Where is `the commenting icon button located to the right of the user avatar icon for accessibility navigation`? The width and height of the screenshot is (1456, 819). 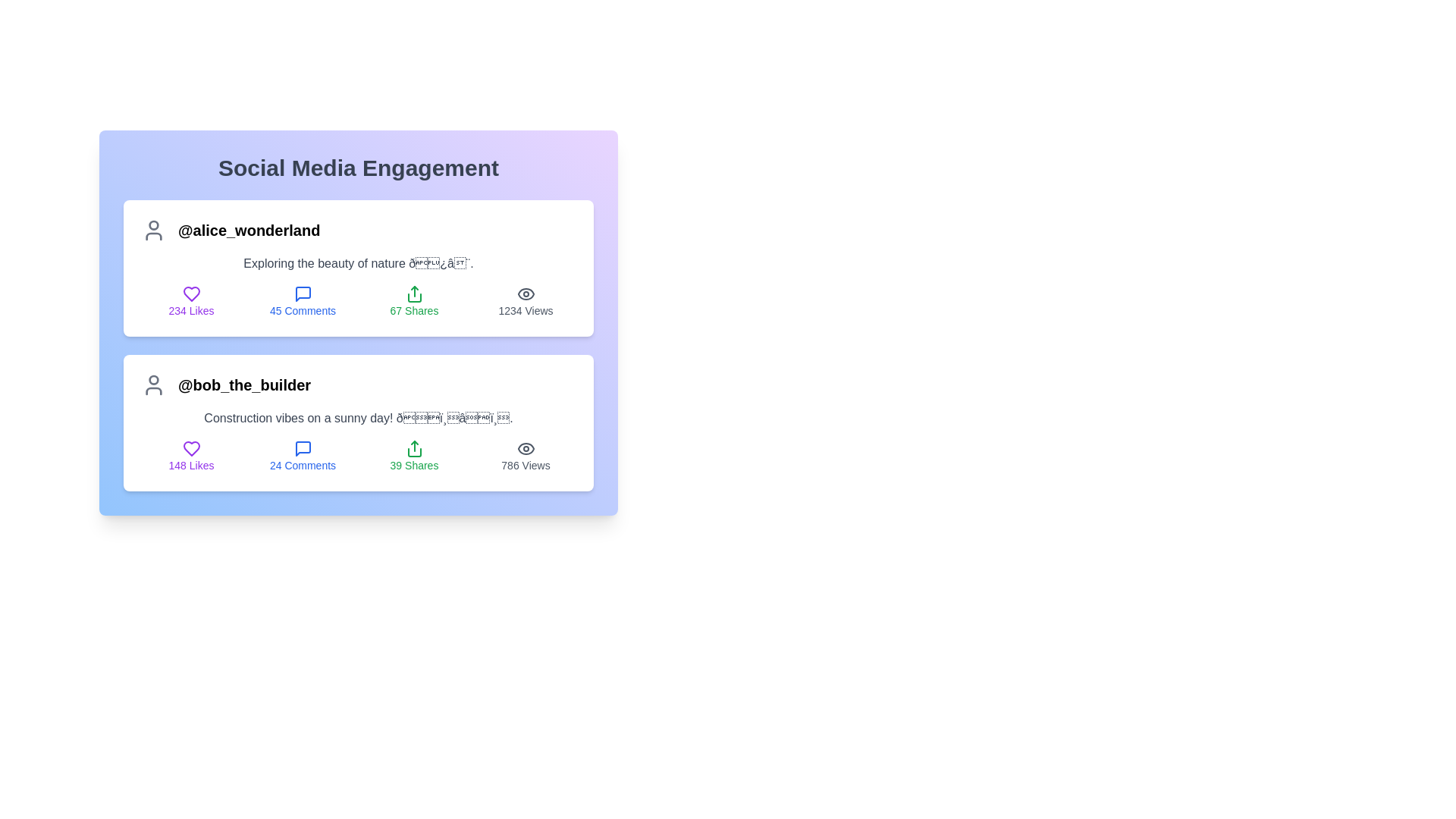
the commenting icon button located to the right of the user avatar icon for accessibility navigation is located at coordinates (303, 294).